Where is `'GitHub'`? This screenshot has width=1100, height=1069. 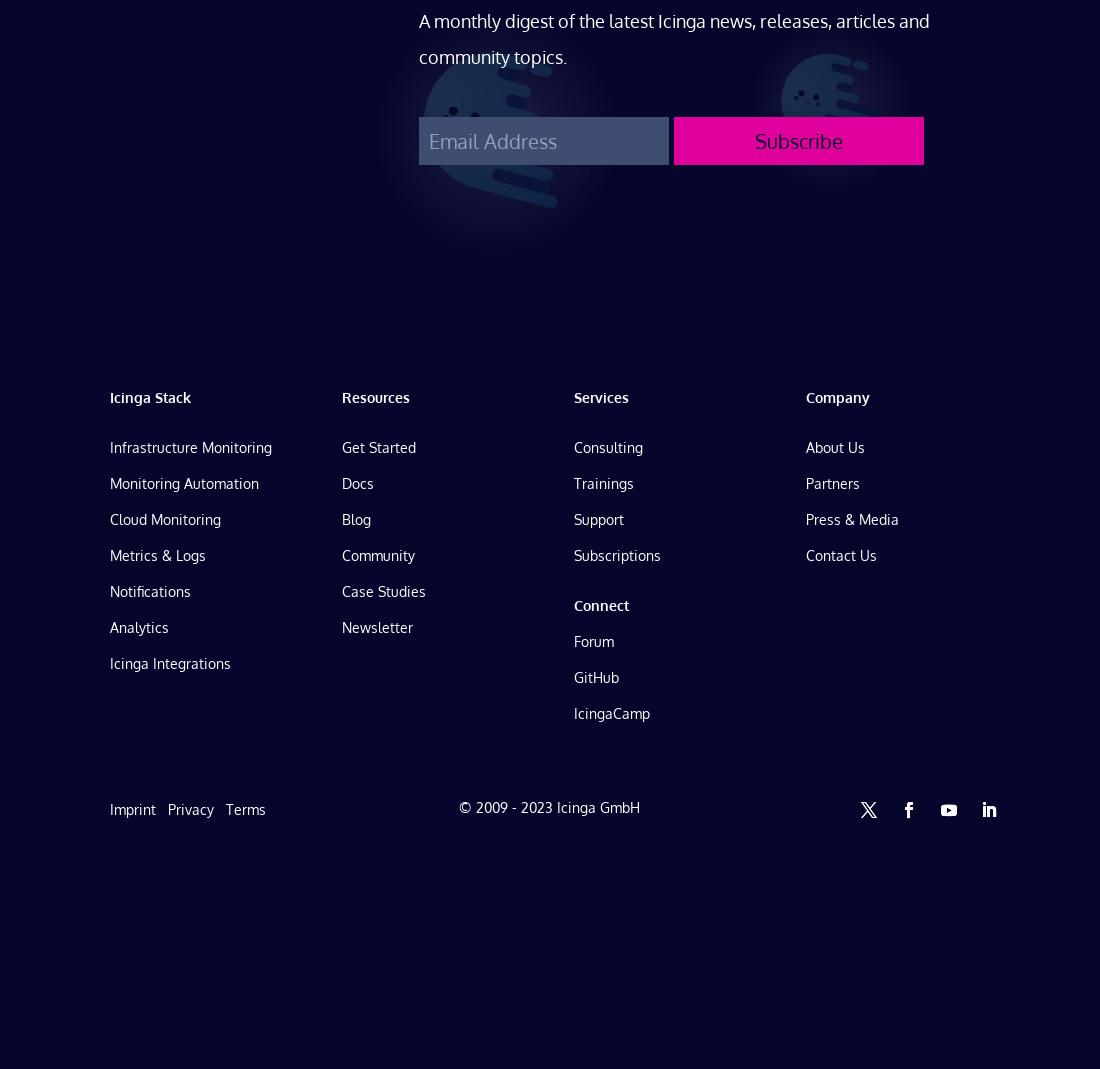
'GitHub' is located at coordinates (595, 675).